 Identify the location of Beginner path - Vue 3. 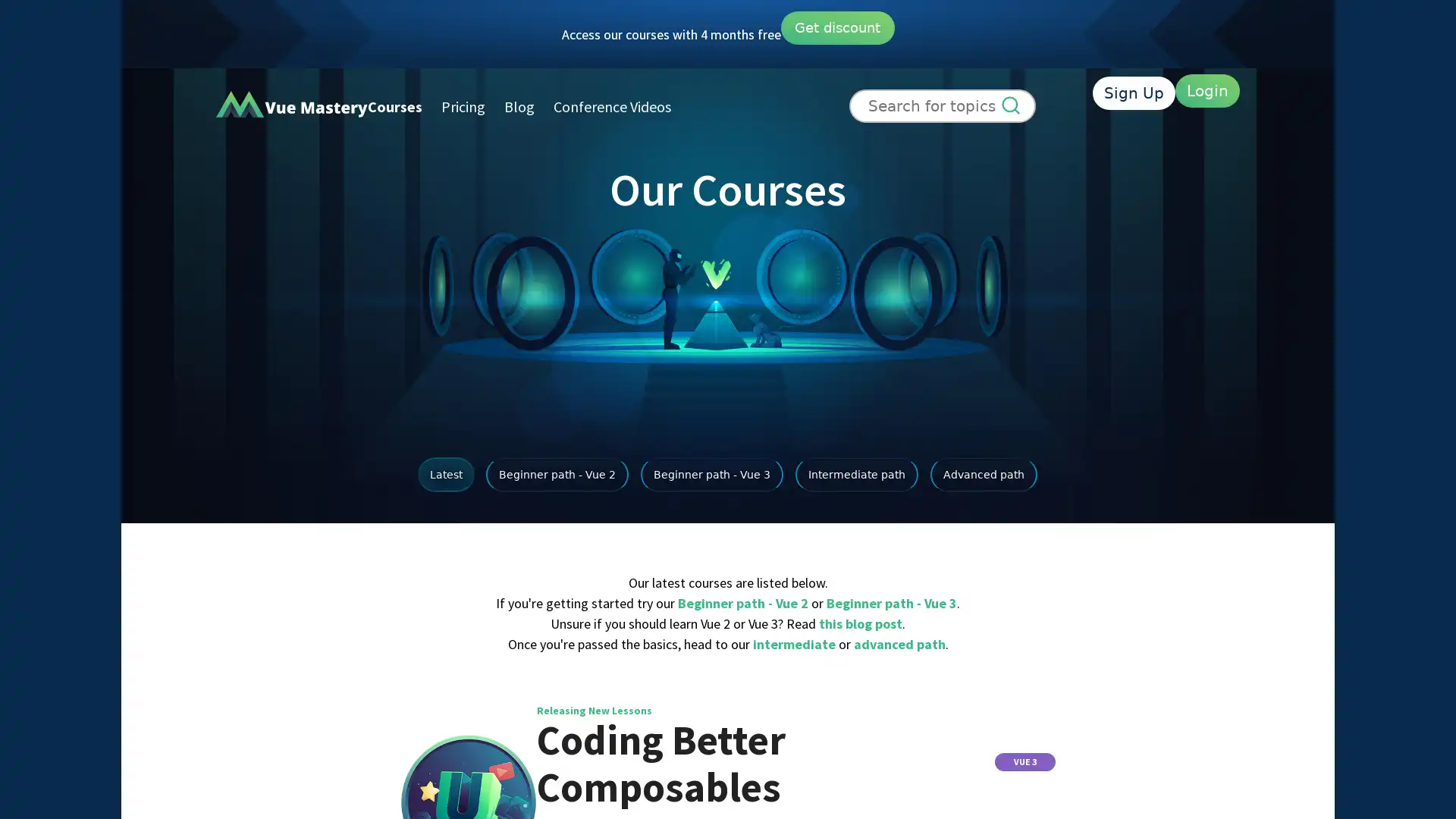
(708, 473).